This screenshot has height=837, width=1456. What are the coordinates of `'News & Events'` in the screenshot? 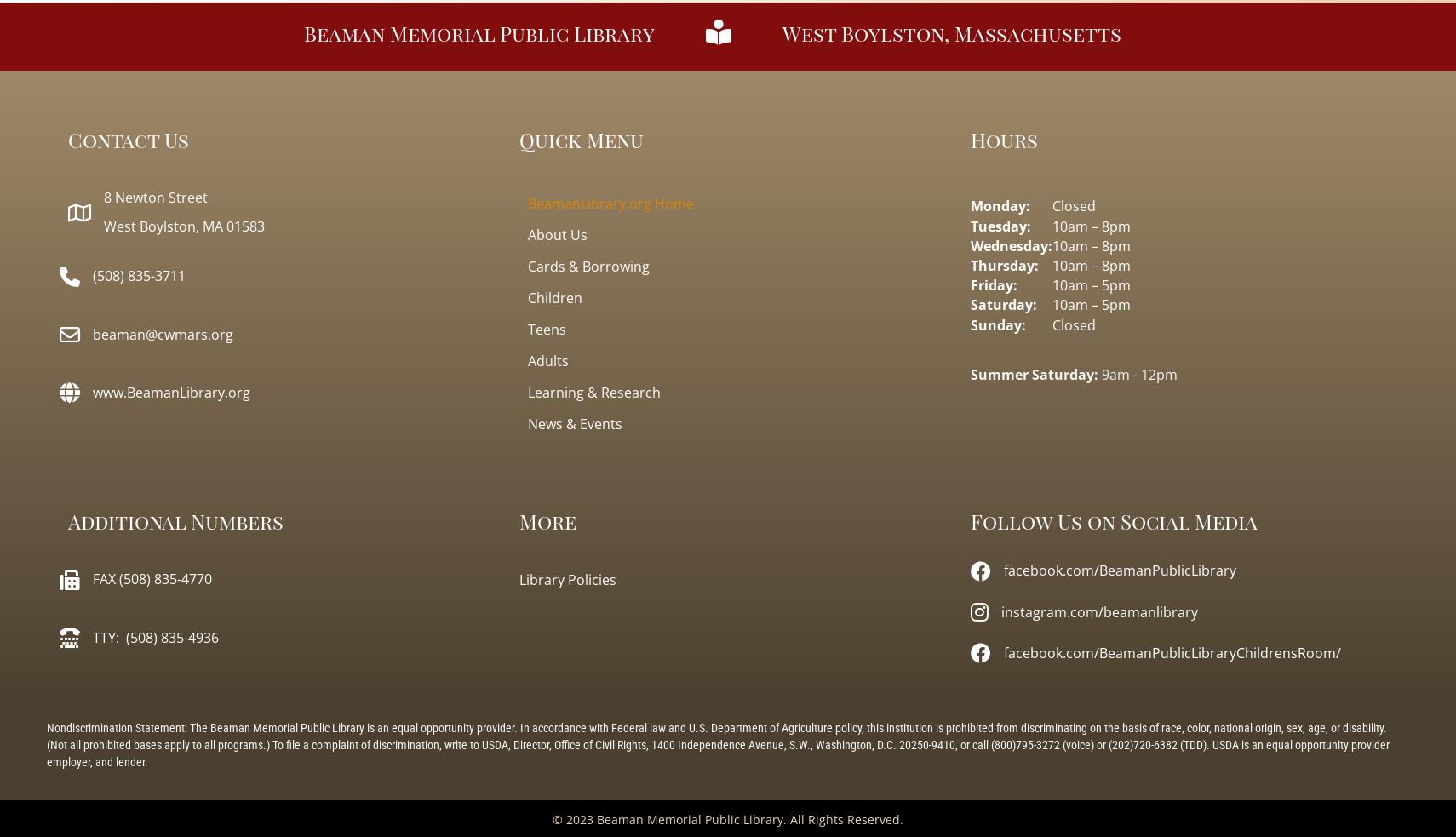 It's located at (574, 423).